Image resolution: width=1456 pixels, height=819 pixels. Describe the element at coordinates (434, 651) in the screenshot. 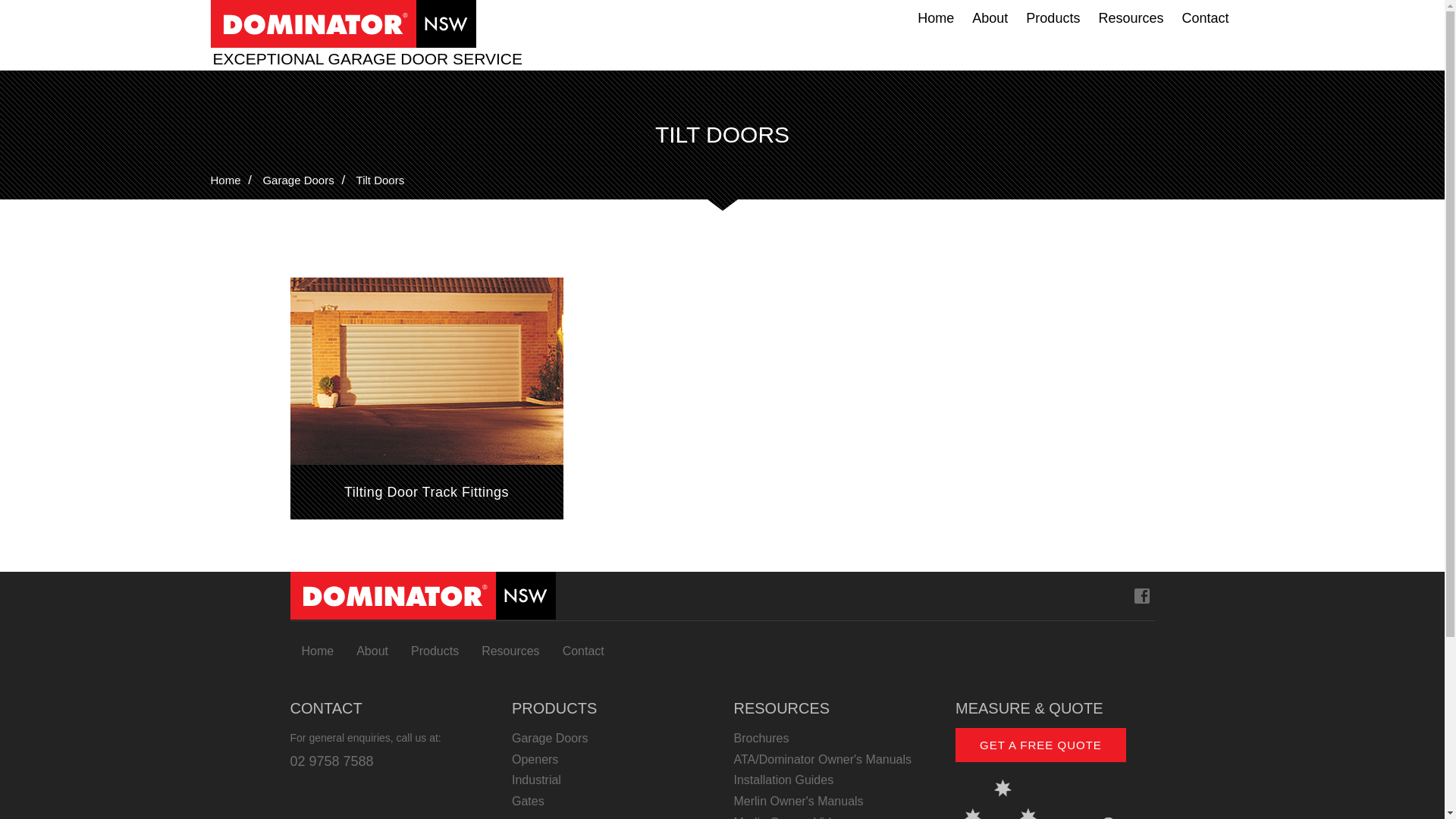

I see `'Products'` at that location.